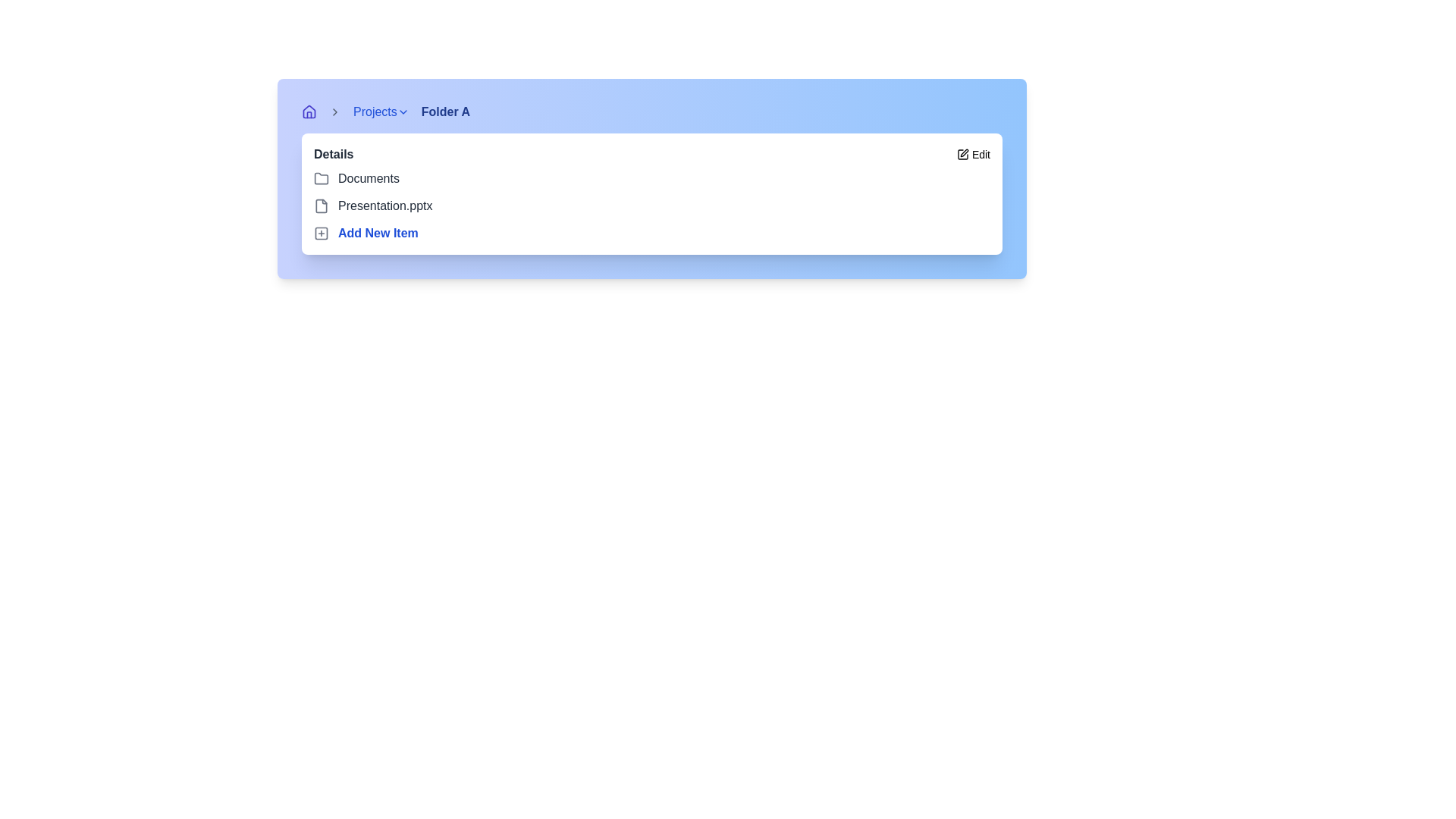 This screenshot has height=819, width=1456. What do you see at coordinates (381, 111) in the screenshot?
I see `the hyperlinked text labeled 'Projects' in the breadcrumb navigation bar` at bounding box center [381, 111].